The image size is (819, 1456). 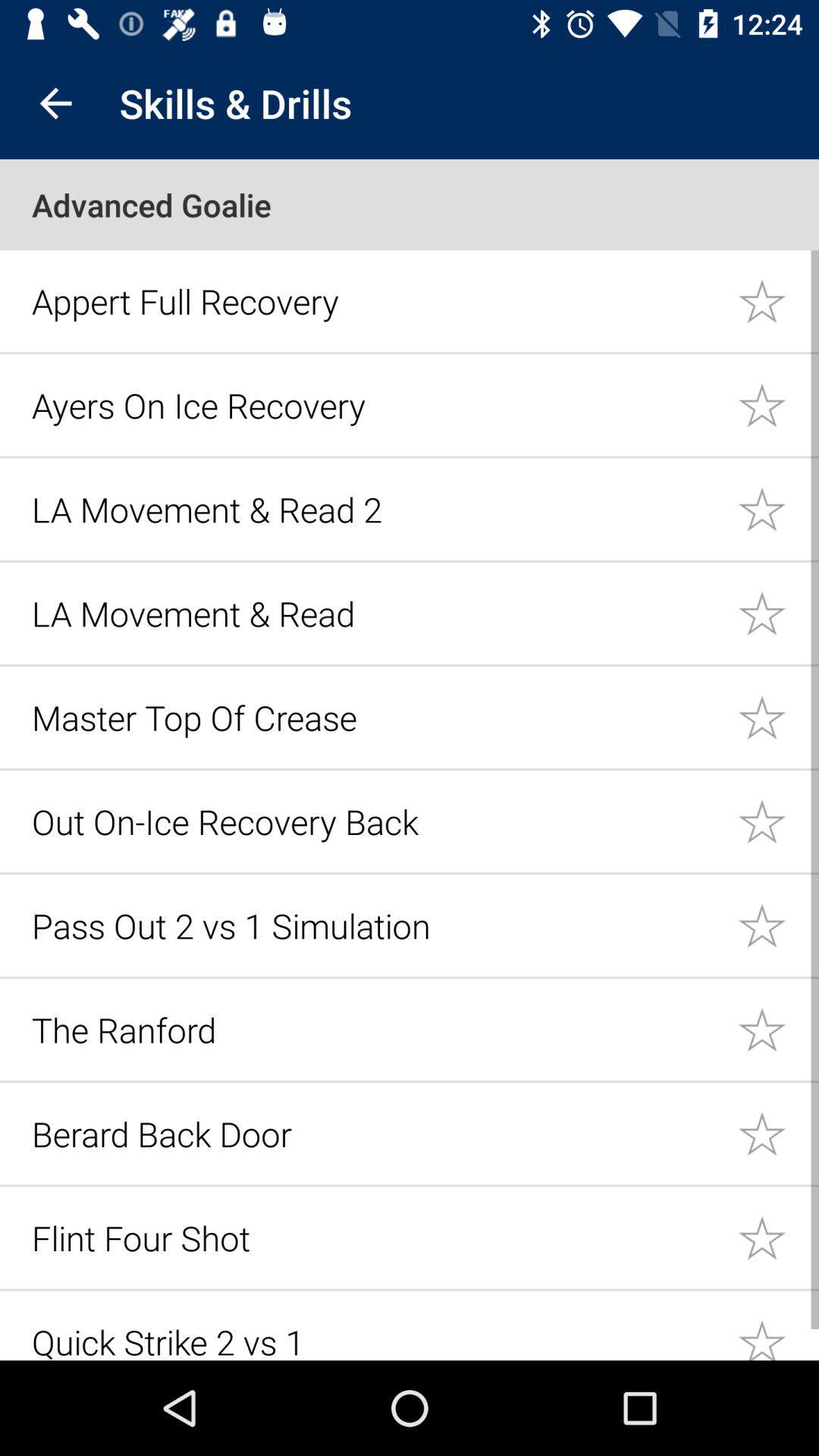 What do you see at coordinates (375, 1029) in the screenshot?
I see `the icon above the berard back door icon` at bounding box center [375, 1029].